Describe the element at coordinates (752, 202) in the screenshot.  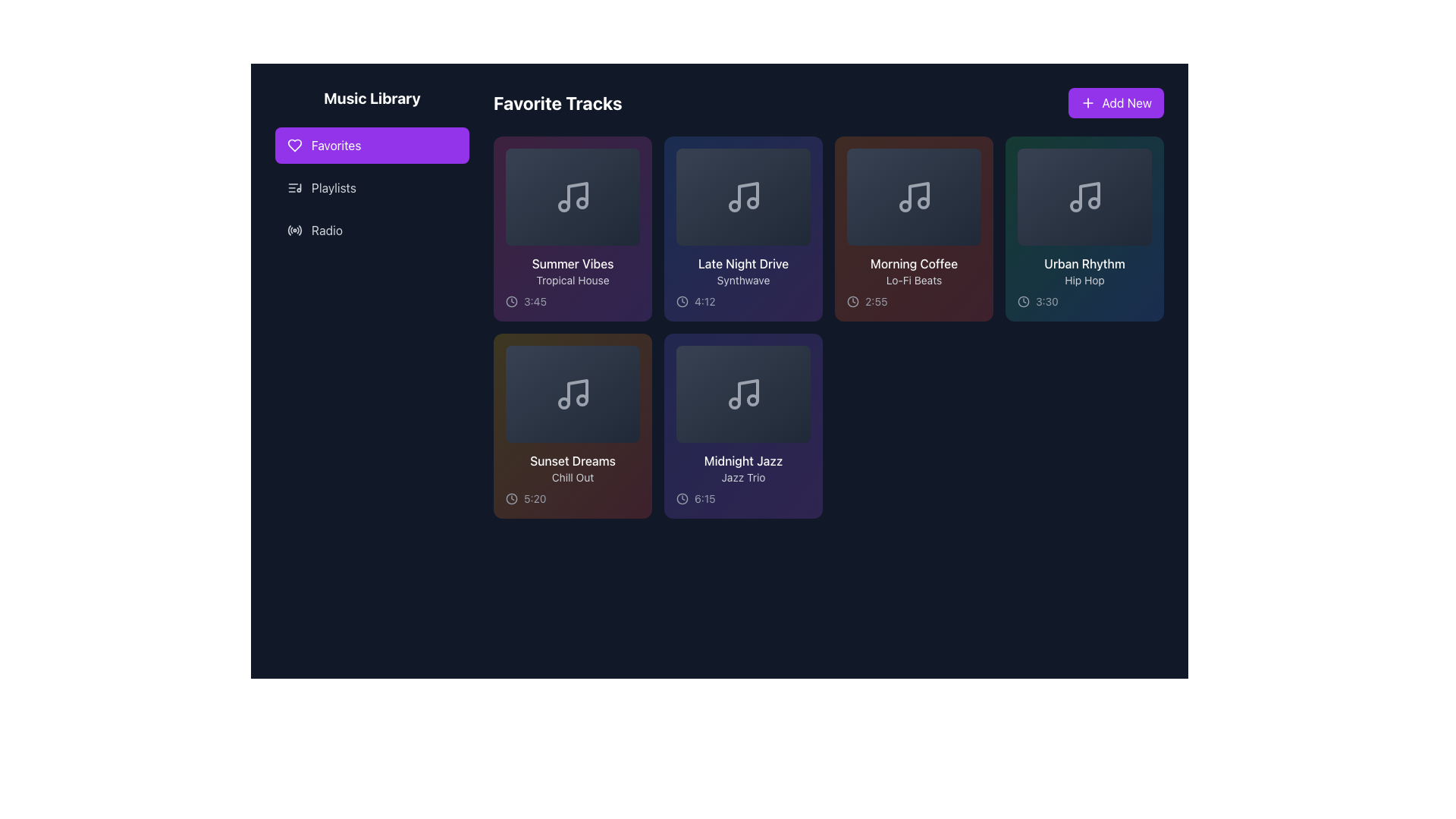
I see `the small circle element located near the top-right corner of the music note icon in the 'Late Night Drive' music track card` at that location.